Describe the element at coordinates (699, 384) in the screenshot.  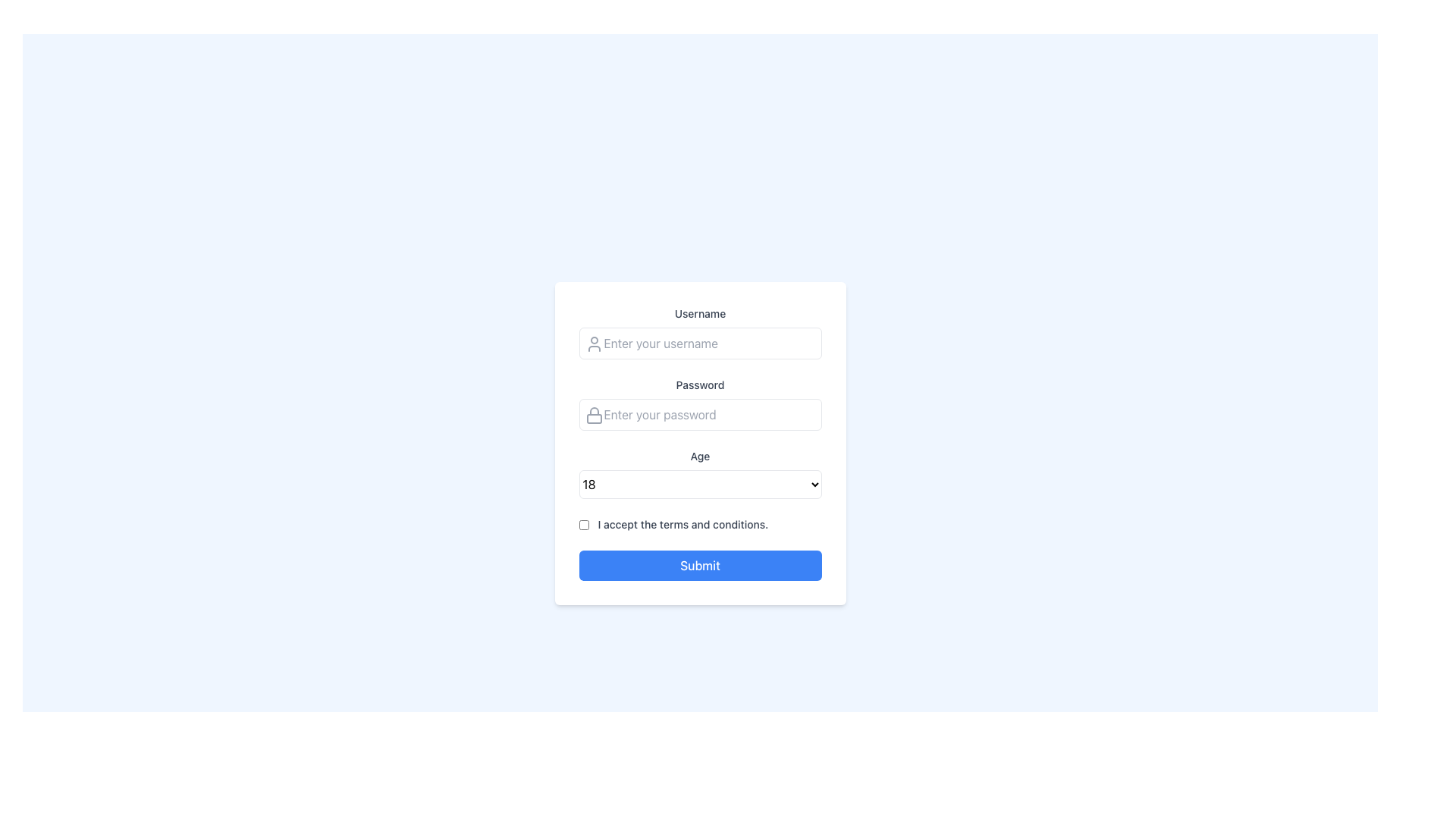
I see `the 'Password' label element, which is a dark gray text label displayed in a sans-serif font, positioned above the password input field in the form layout` at that location.